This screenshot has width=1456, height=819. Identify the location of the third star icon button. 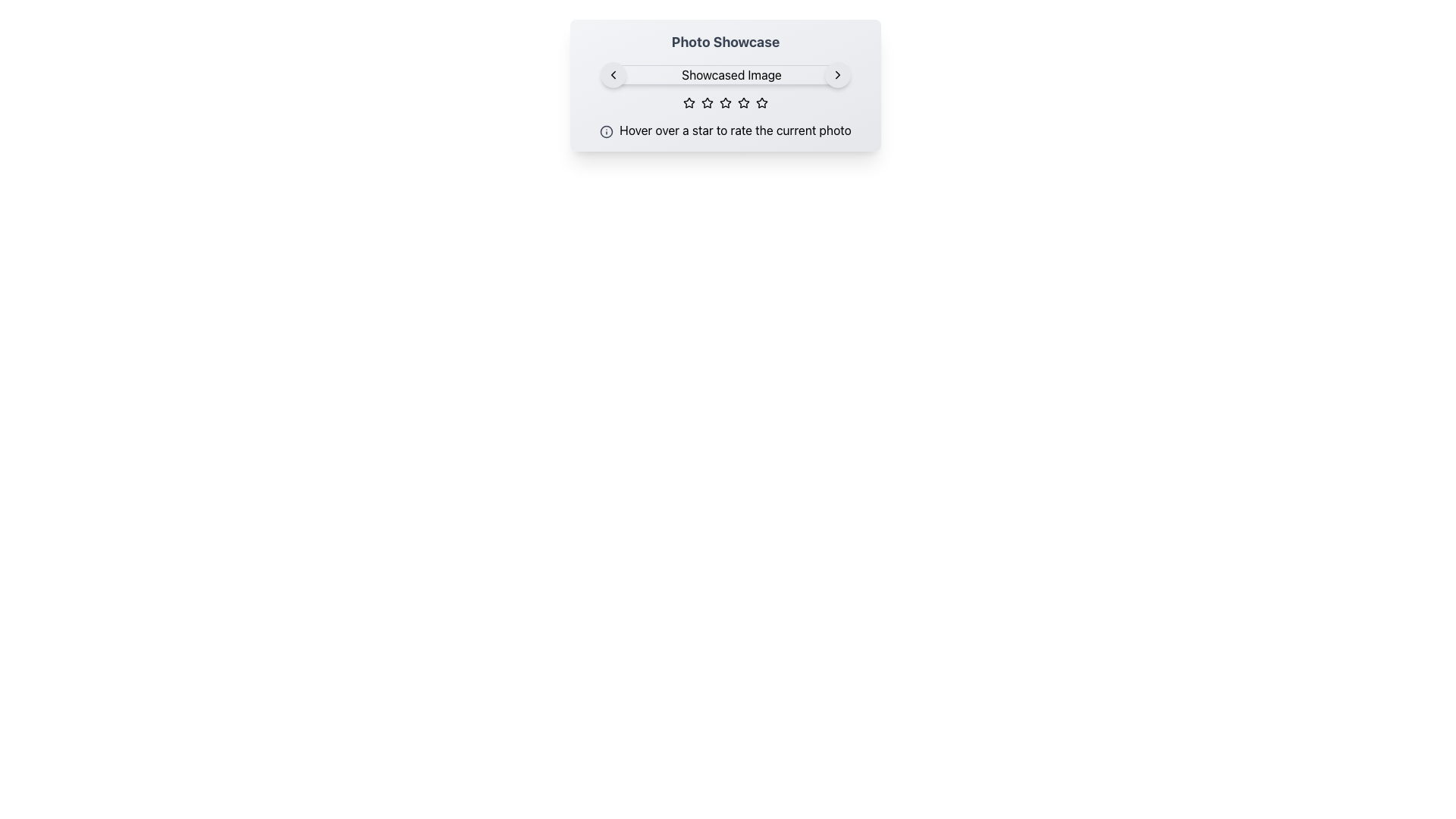
(706, 102).